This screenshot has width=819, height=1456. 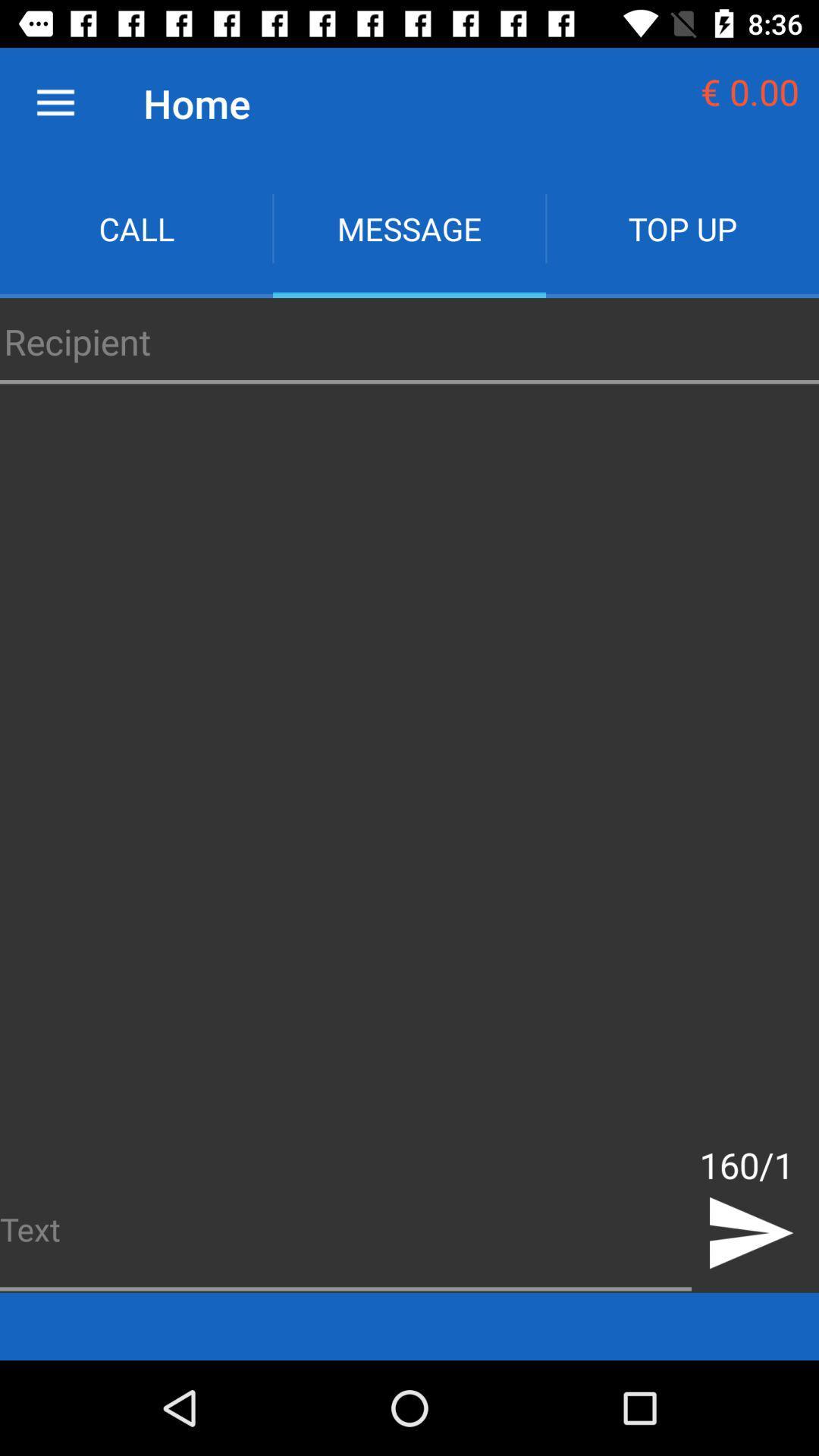 What do you see at coordinates (681, 227) in the screenshot?
I see `icon next to the message item` at bounding box center [681, 227].